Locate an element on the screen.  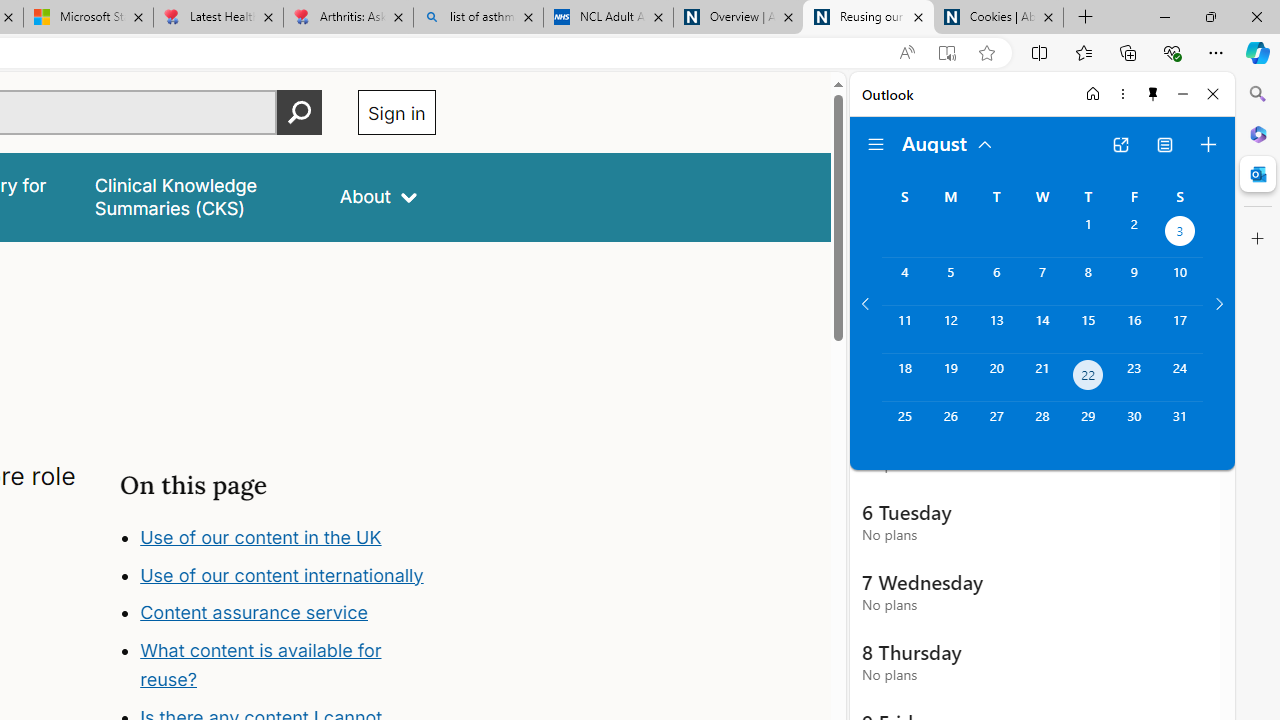
'What content is available for reuse?' is located at coordinates (259, 665).